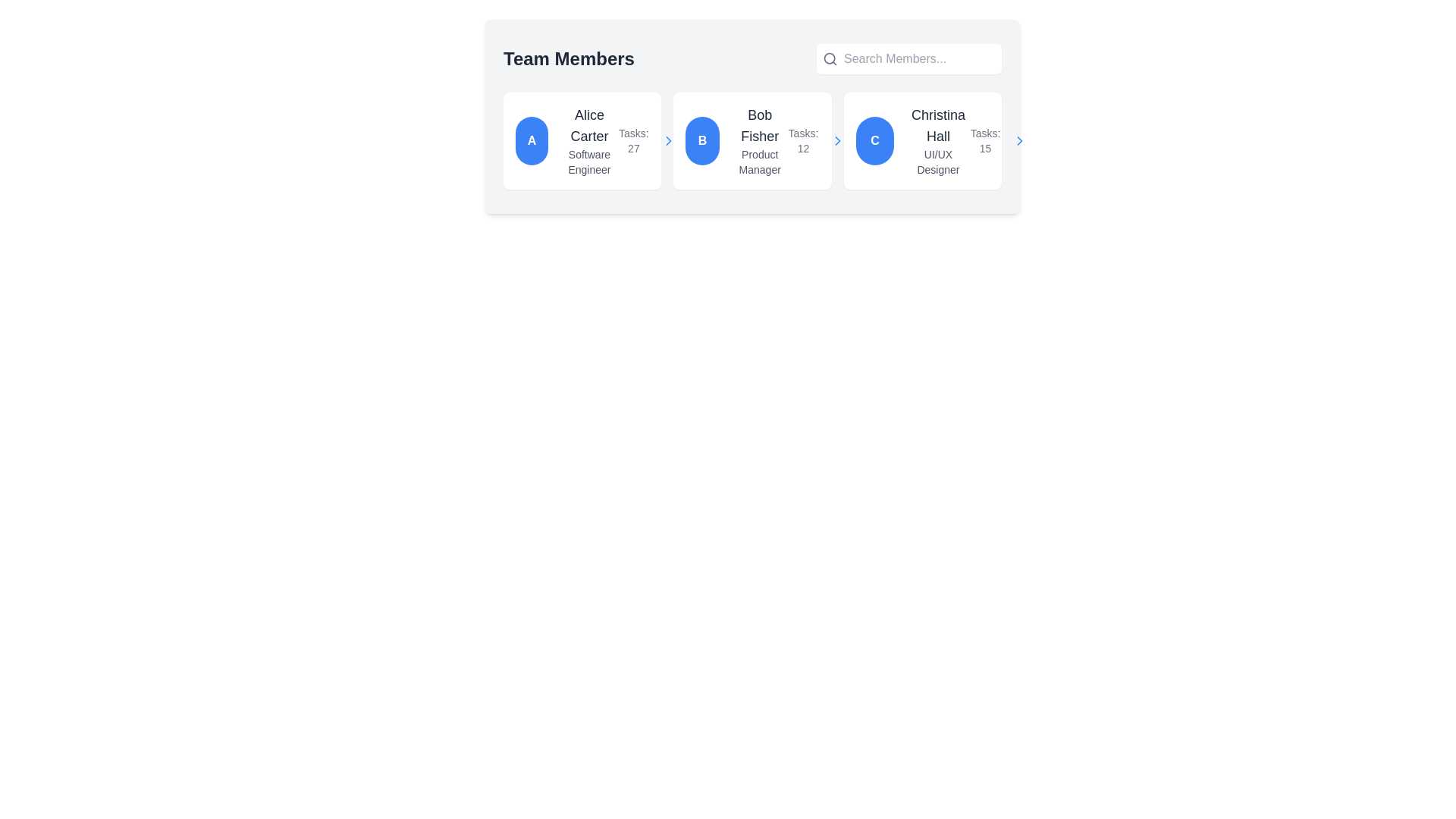 The width and height of the screenshot is (1456, 819). What do you see at coordinates (829, 58) in the screenshot?
I see `the circular component of the search icon located at the top-right corner of the interface` at bounding box center [829, 58].